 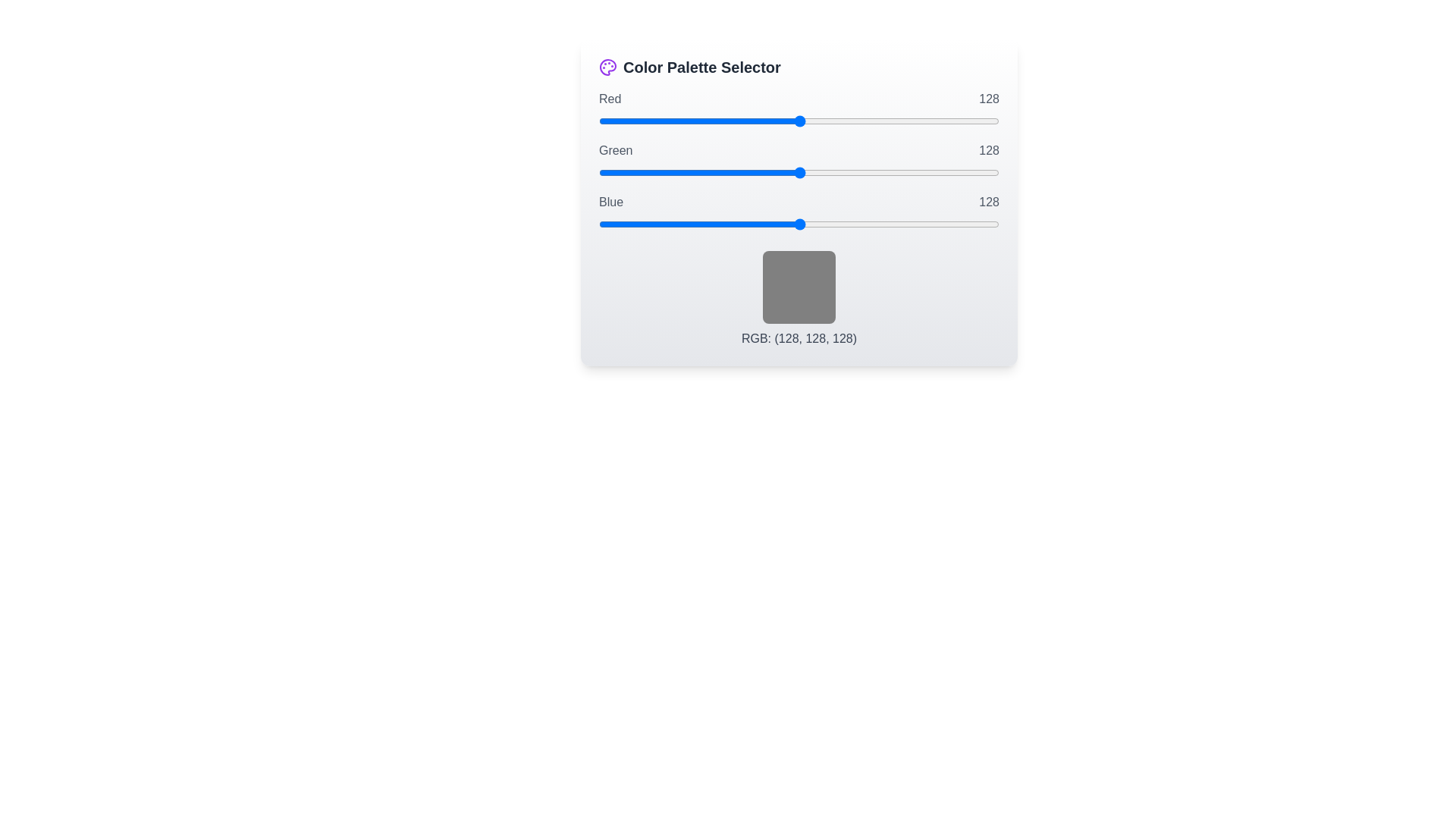 What do you see at coordinates (792, 171) in the screenshot?
I see `the green slider to set its value to 124` at bounding box center [792, 171].